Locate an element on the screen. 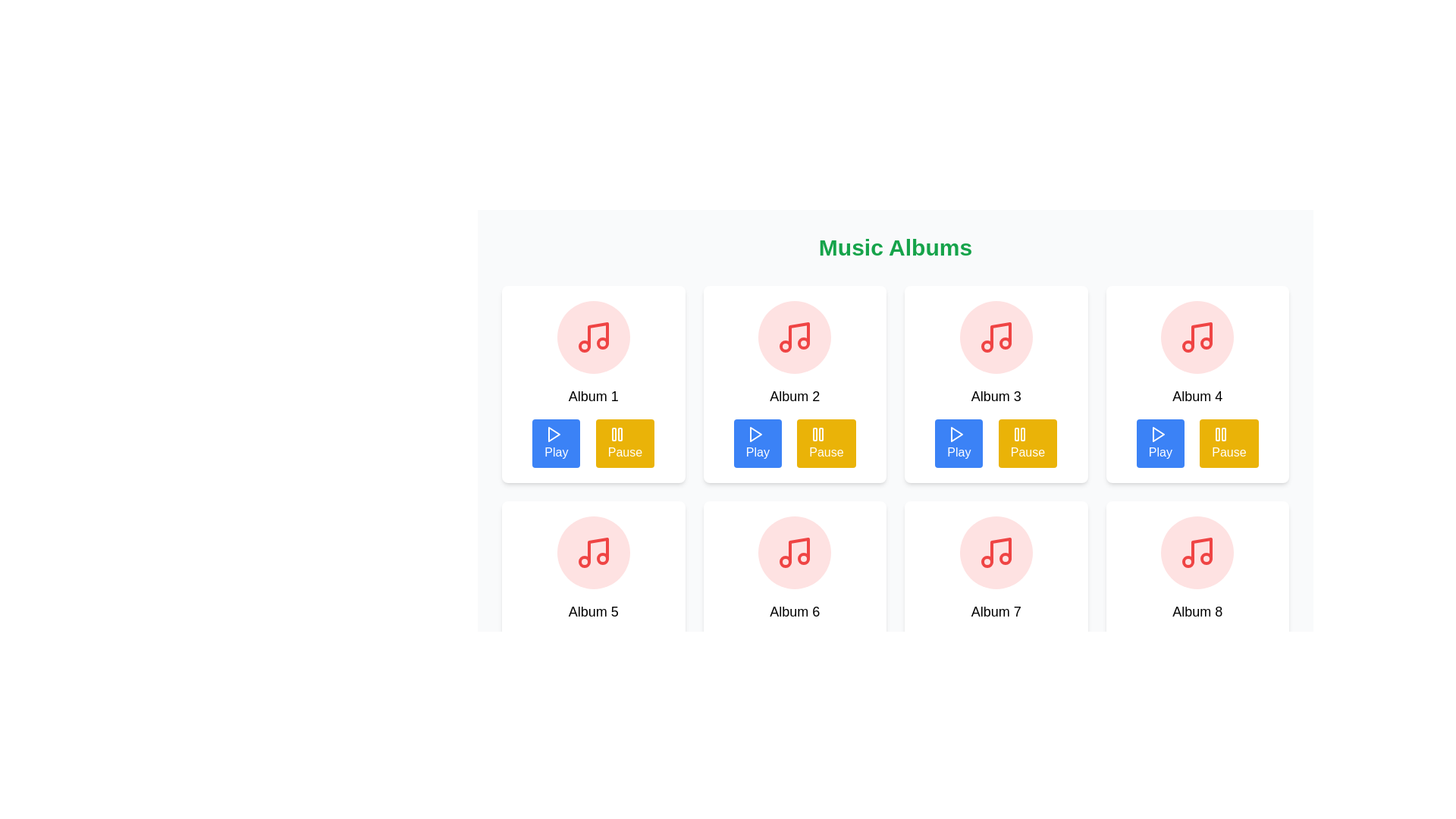  the icon representing 'Album 5', located at the top-center of the card in the second row, first column of the grid arrangement is located at coordinates (592, 553).